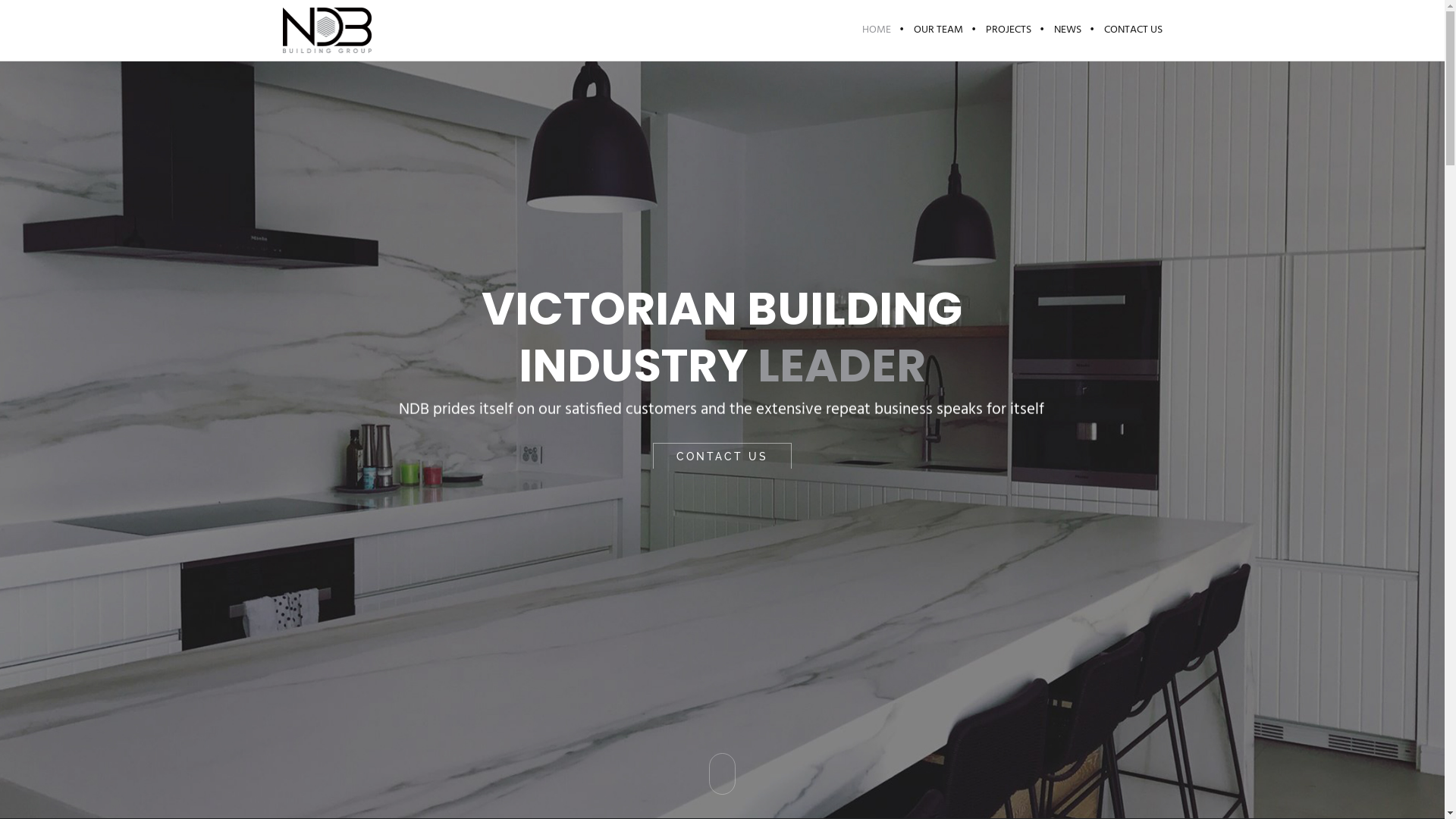 This screenshot has width=1456, height=819. What do you see at coordinates (973, 30) in the screenshot?
I see `'PROJECTS'` at bounding box center [973, 30].